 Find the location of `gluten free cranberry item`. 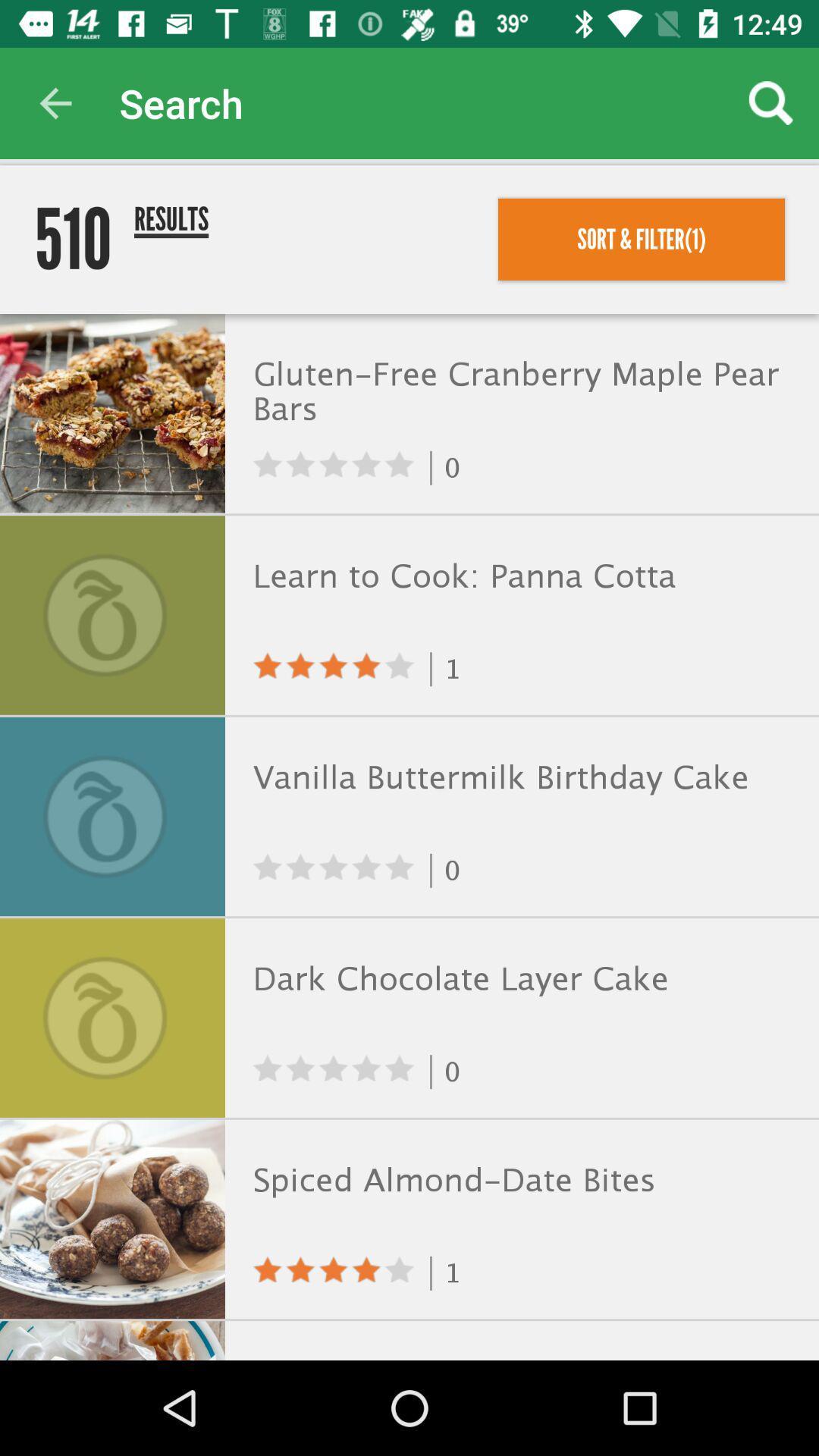

gluten free cranberry item is located at coordinates (518, 394).